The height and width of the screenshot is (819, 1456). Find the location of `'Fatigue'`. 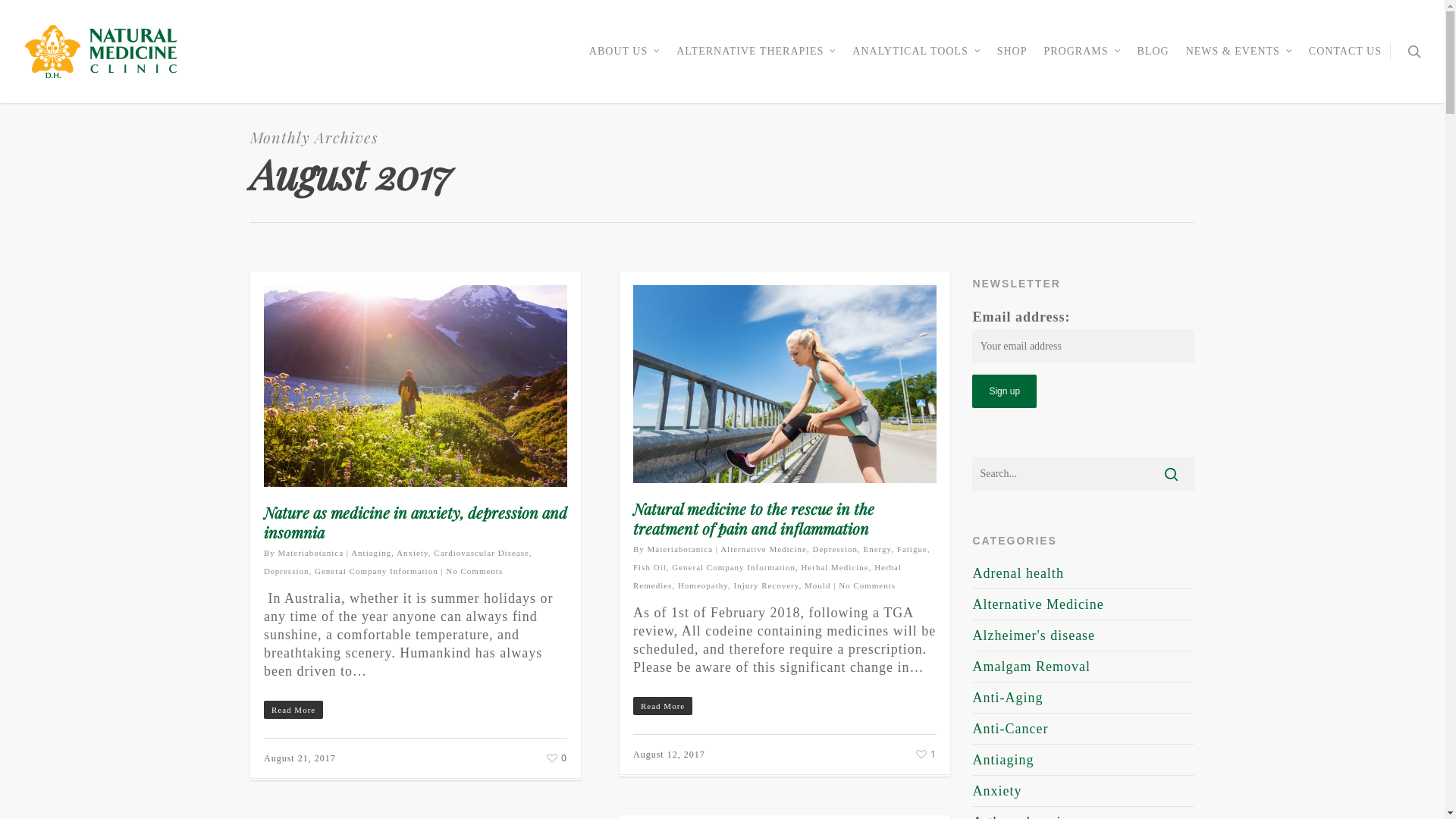

'Fatigue' is located at coordinates (912, 549).